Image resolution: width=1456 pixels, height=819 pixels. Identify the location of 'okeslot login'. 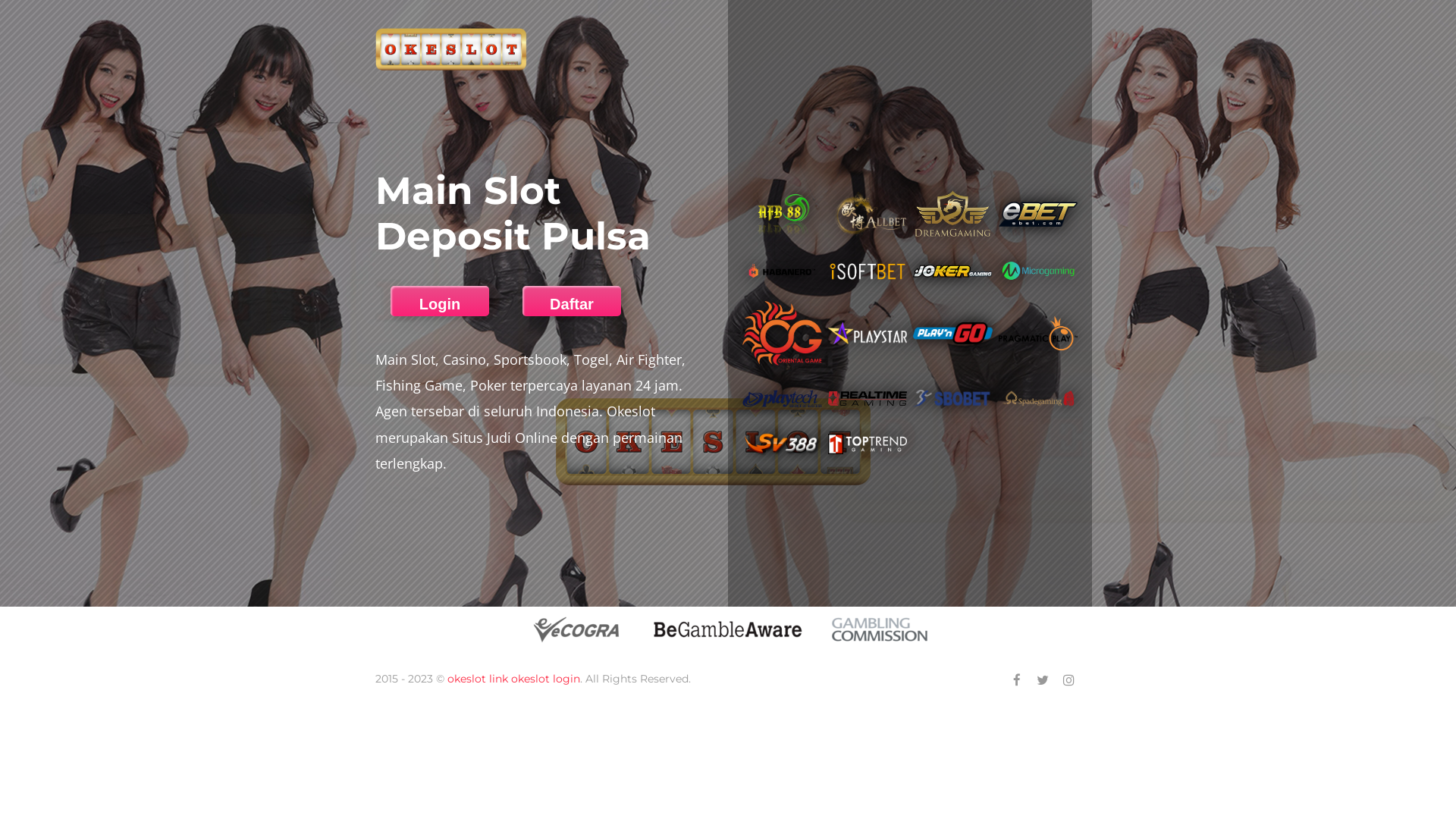
(545, 677).